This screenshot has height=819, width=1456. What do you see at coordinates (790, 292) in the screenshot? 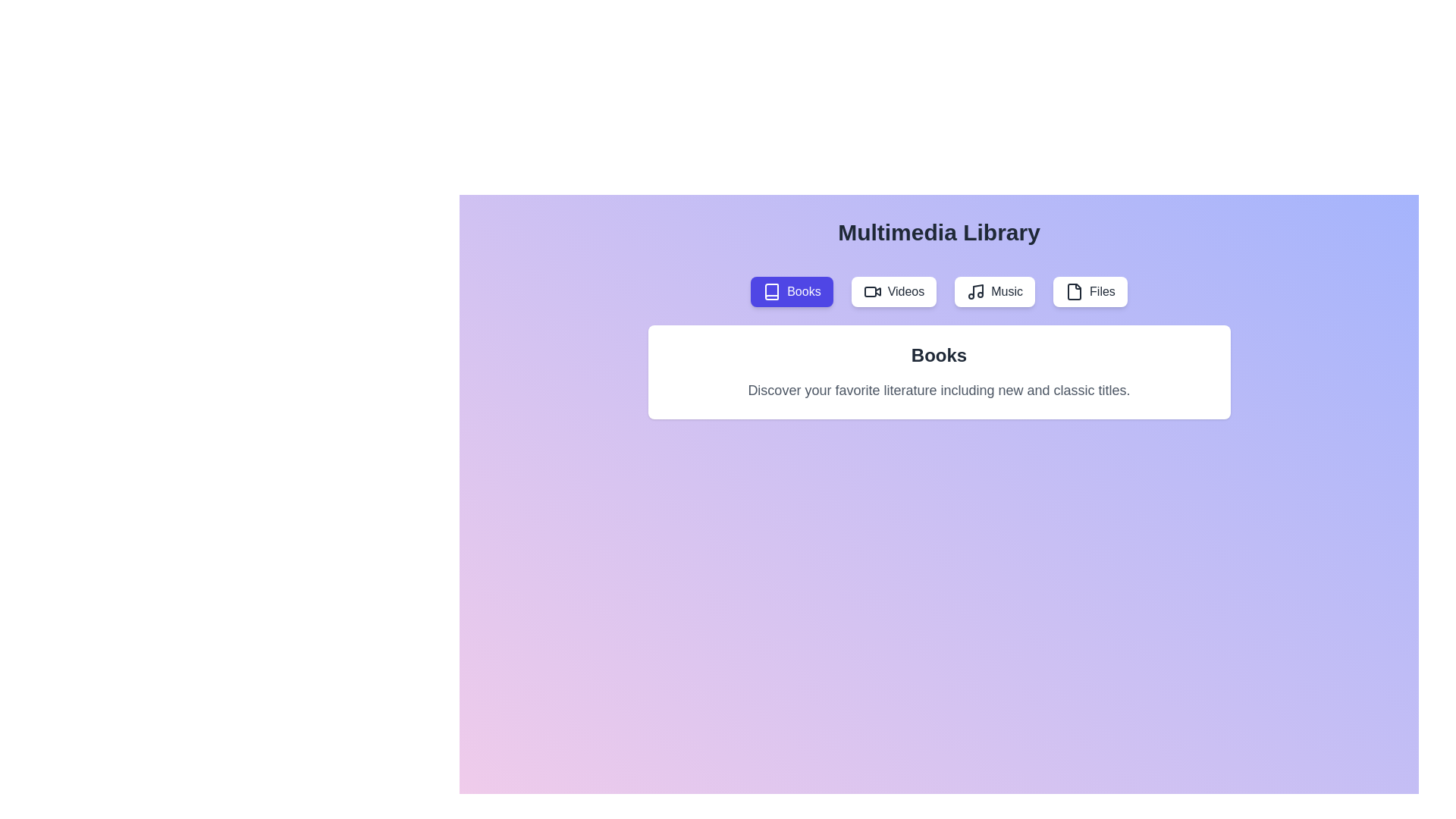
I see `the tab labeled Books to activate it` at bounding box center [790, 292].